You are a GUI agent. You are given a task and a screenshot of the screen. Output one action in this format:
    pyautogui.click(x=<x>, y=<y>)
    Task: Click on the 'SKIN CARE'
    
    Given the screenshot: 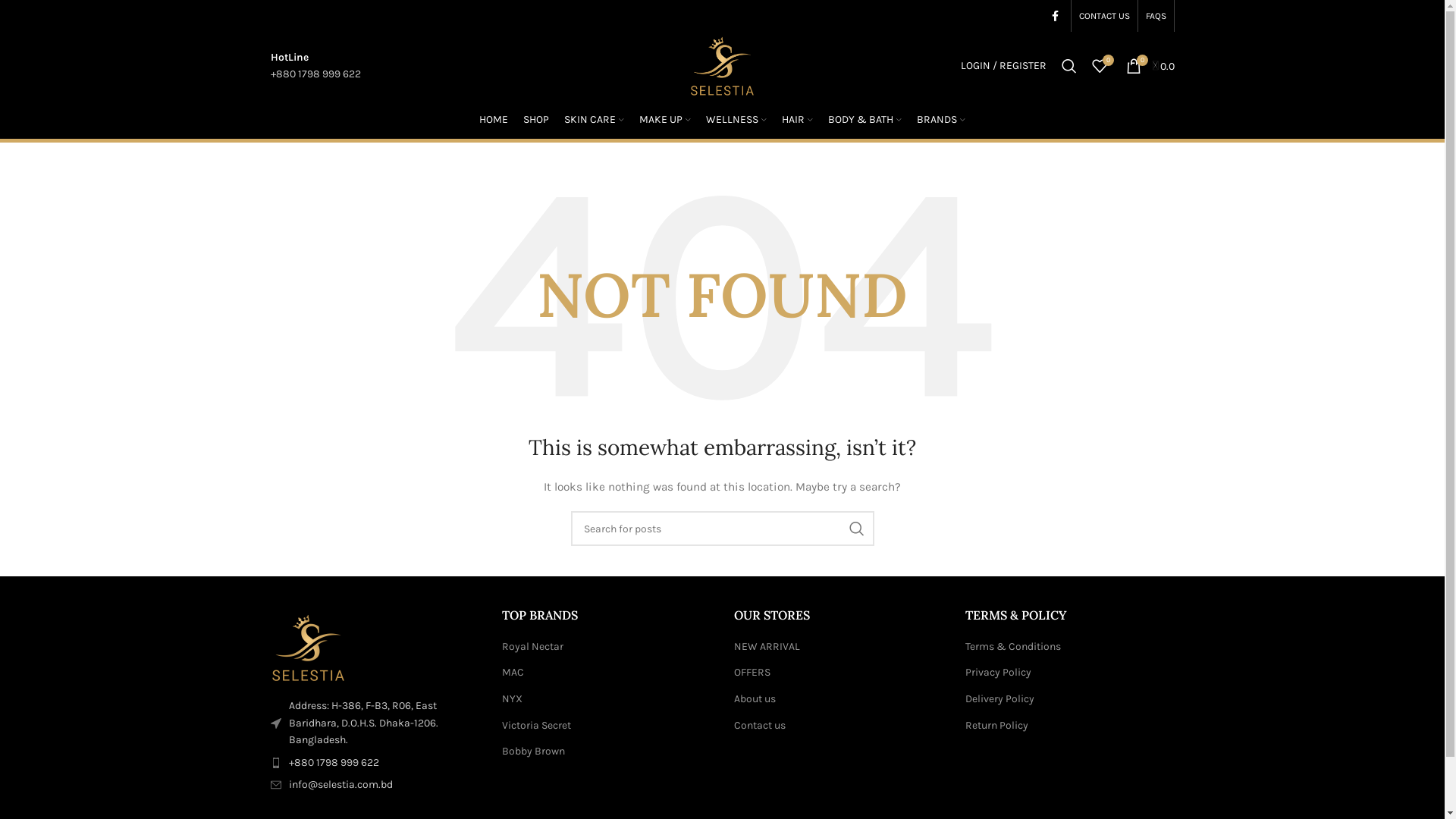 What is the action you would take?
    pyautogui.click(x=563, y=119)
    